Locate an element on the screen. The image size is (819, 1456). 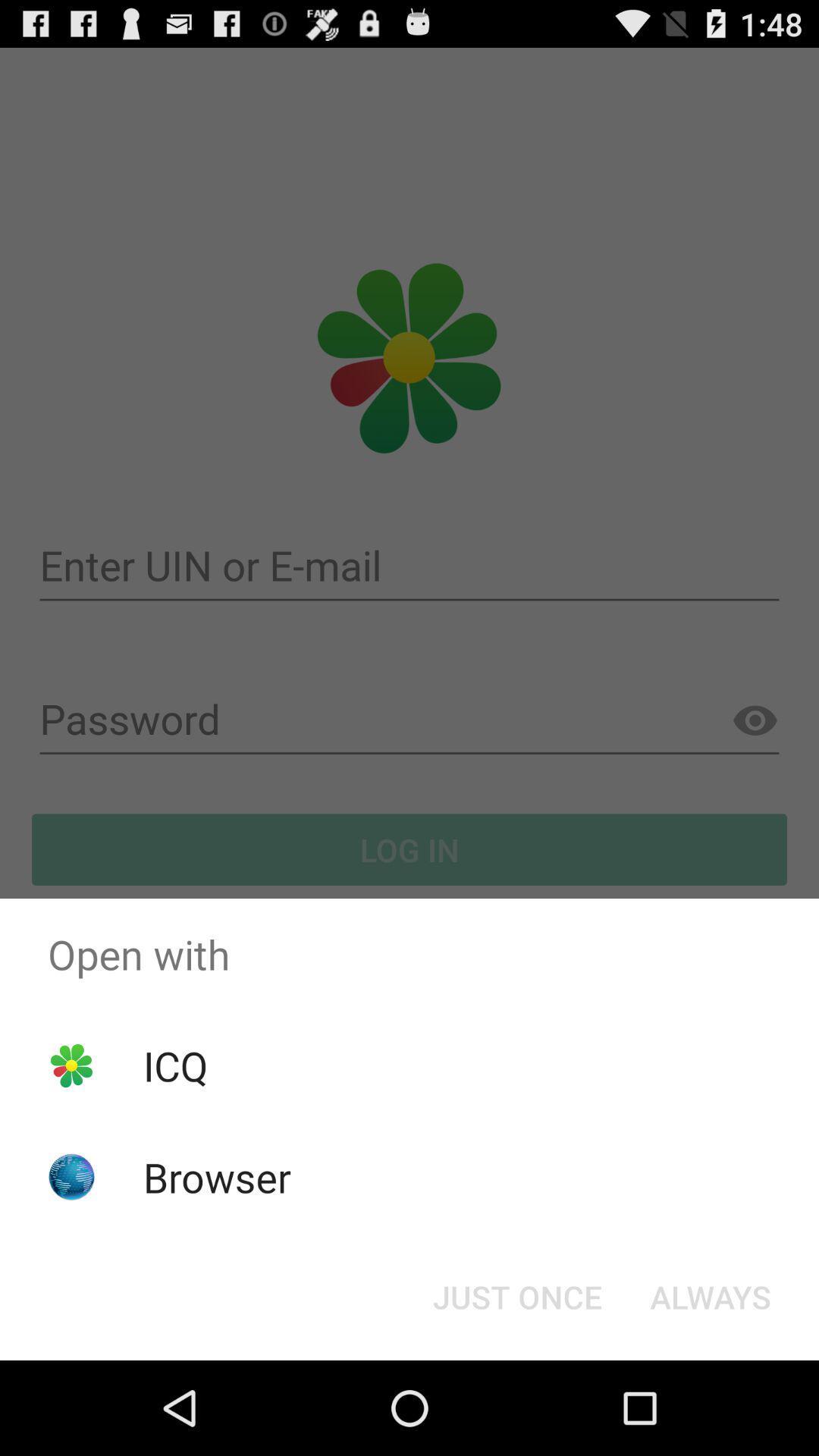
icon below the icq is located at coordinates (217, 1176).